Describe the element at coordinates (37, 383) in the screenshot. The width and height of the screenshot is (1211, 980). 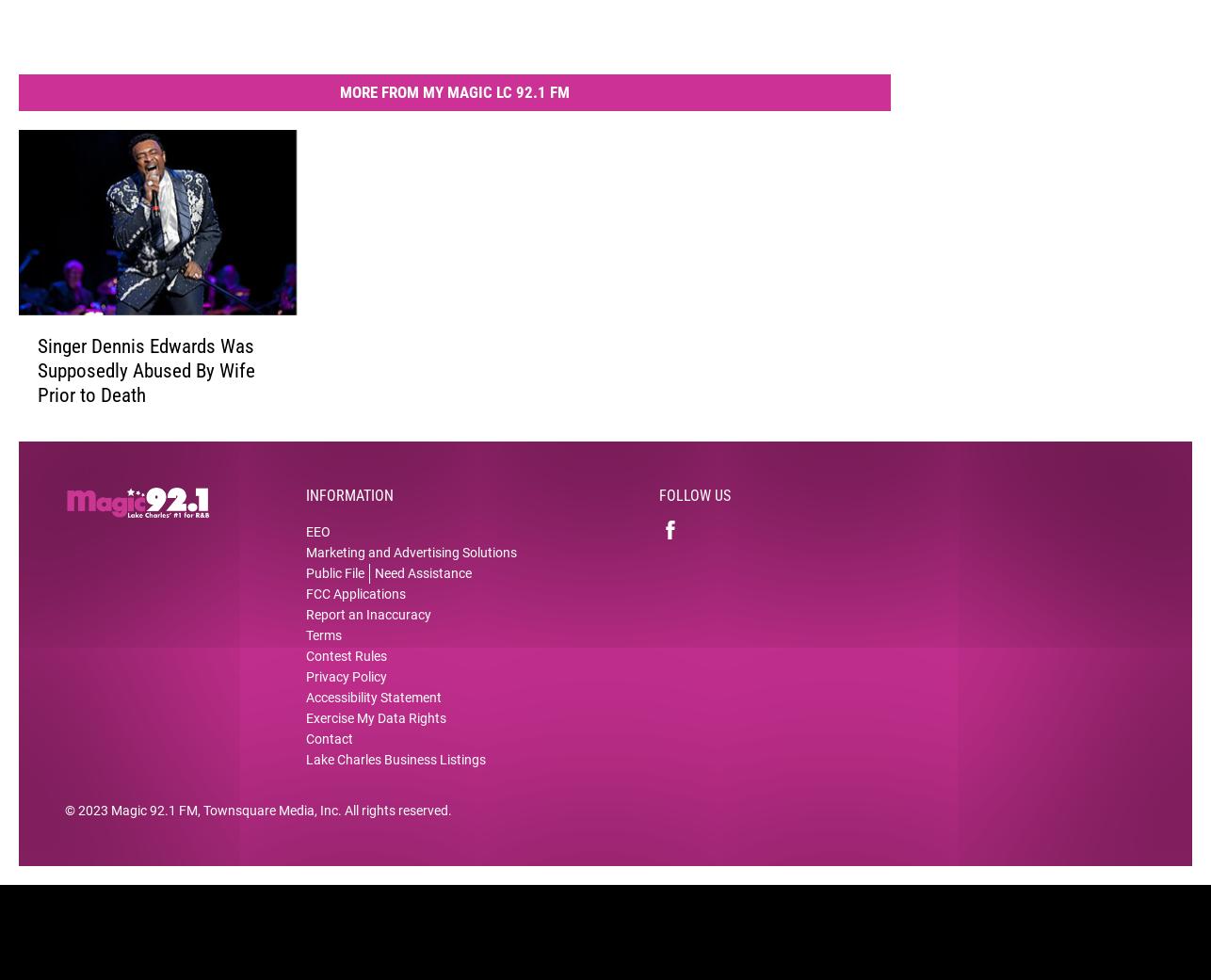
I see `'Singer Dennis Edwards Was Supposedly Abused By Wife Prior to Death'` at that location.